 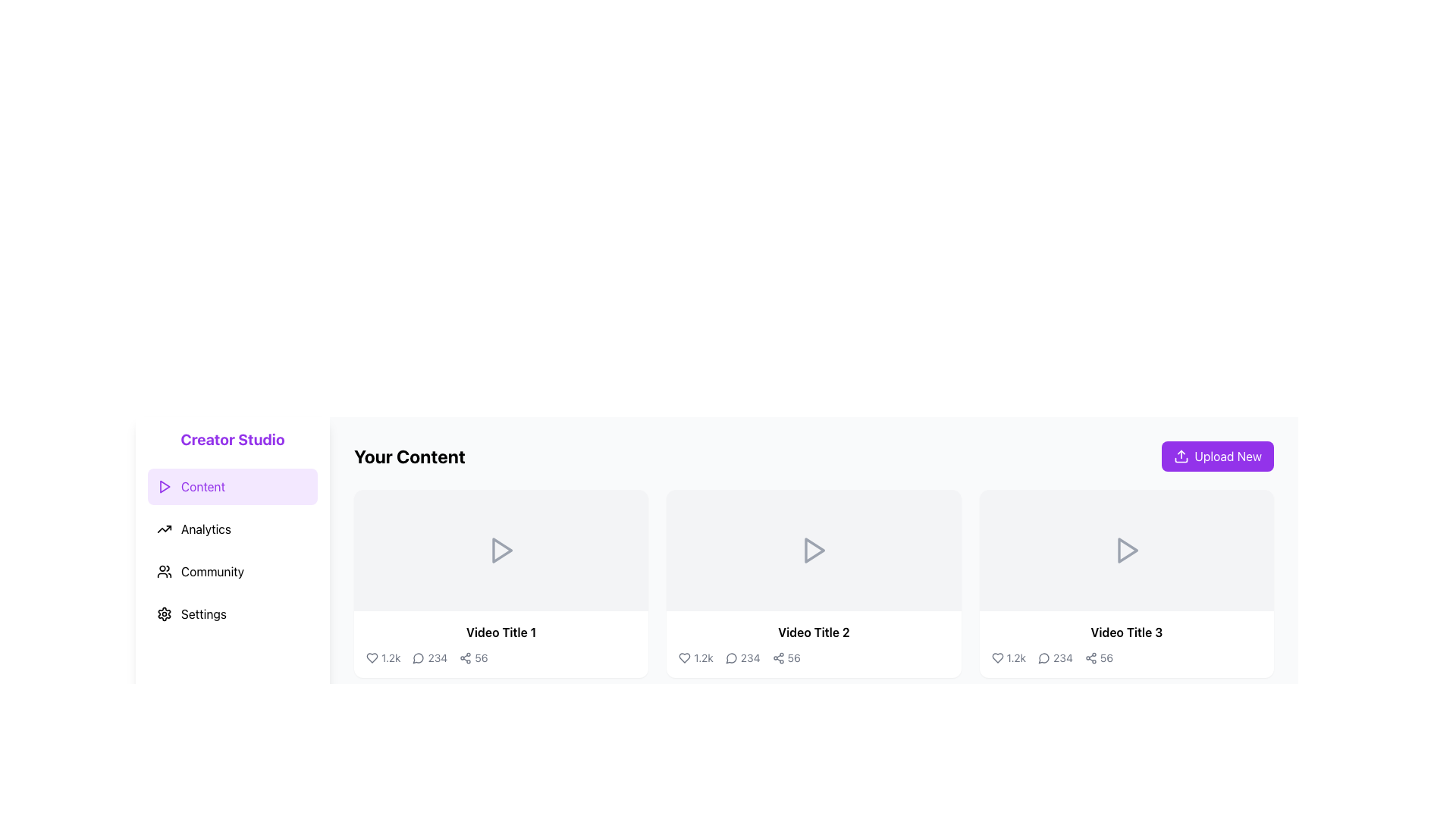 I want to click on the 'Analytics' icon located in the left sidebar menu, positioned to the left of the 'Analytics' text, so click(x=164, y=529).